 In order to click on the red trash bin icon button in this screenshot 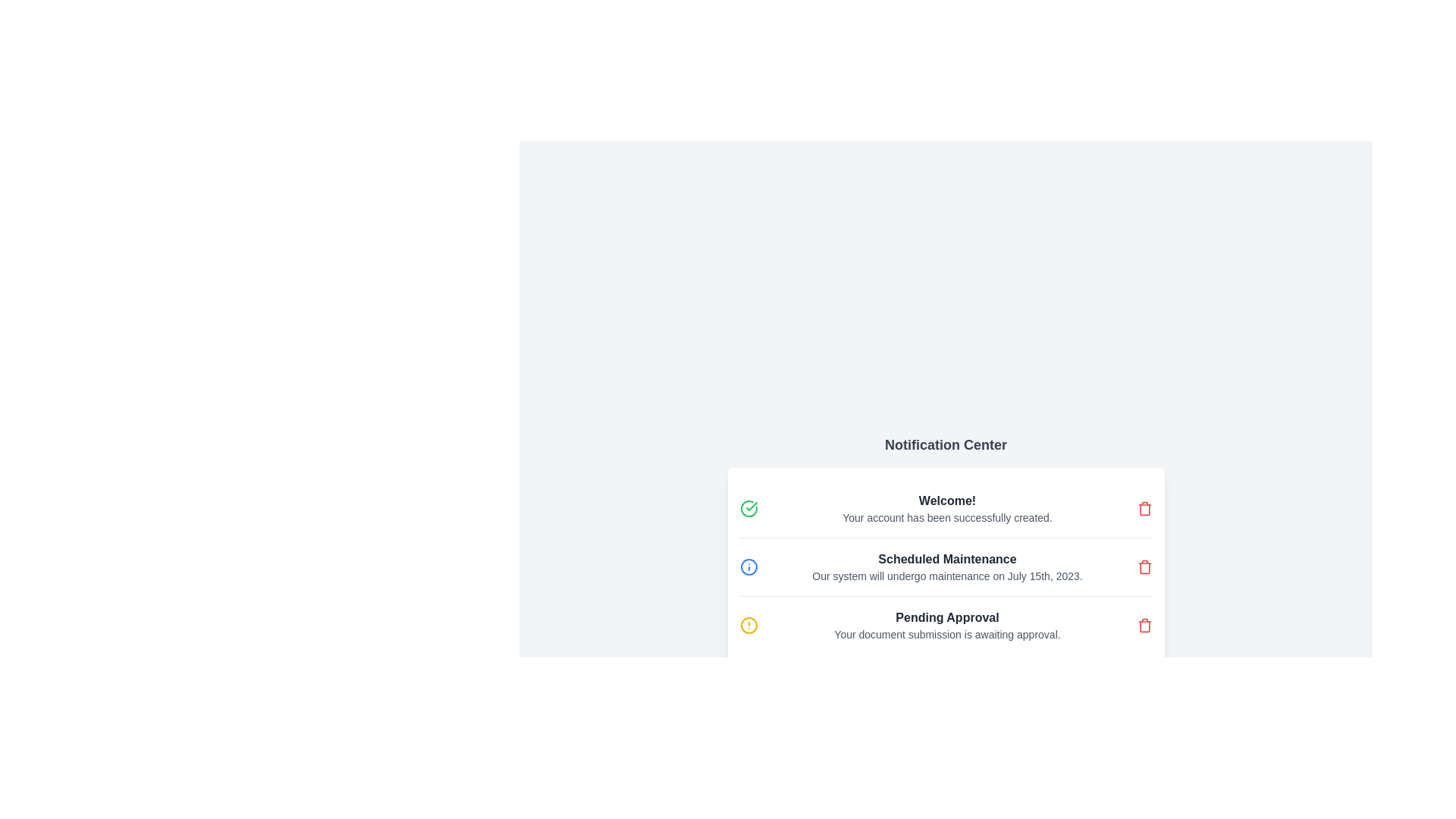, I will do `click(1144, 567)`.